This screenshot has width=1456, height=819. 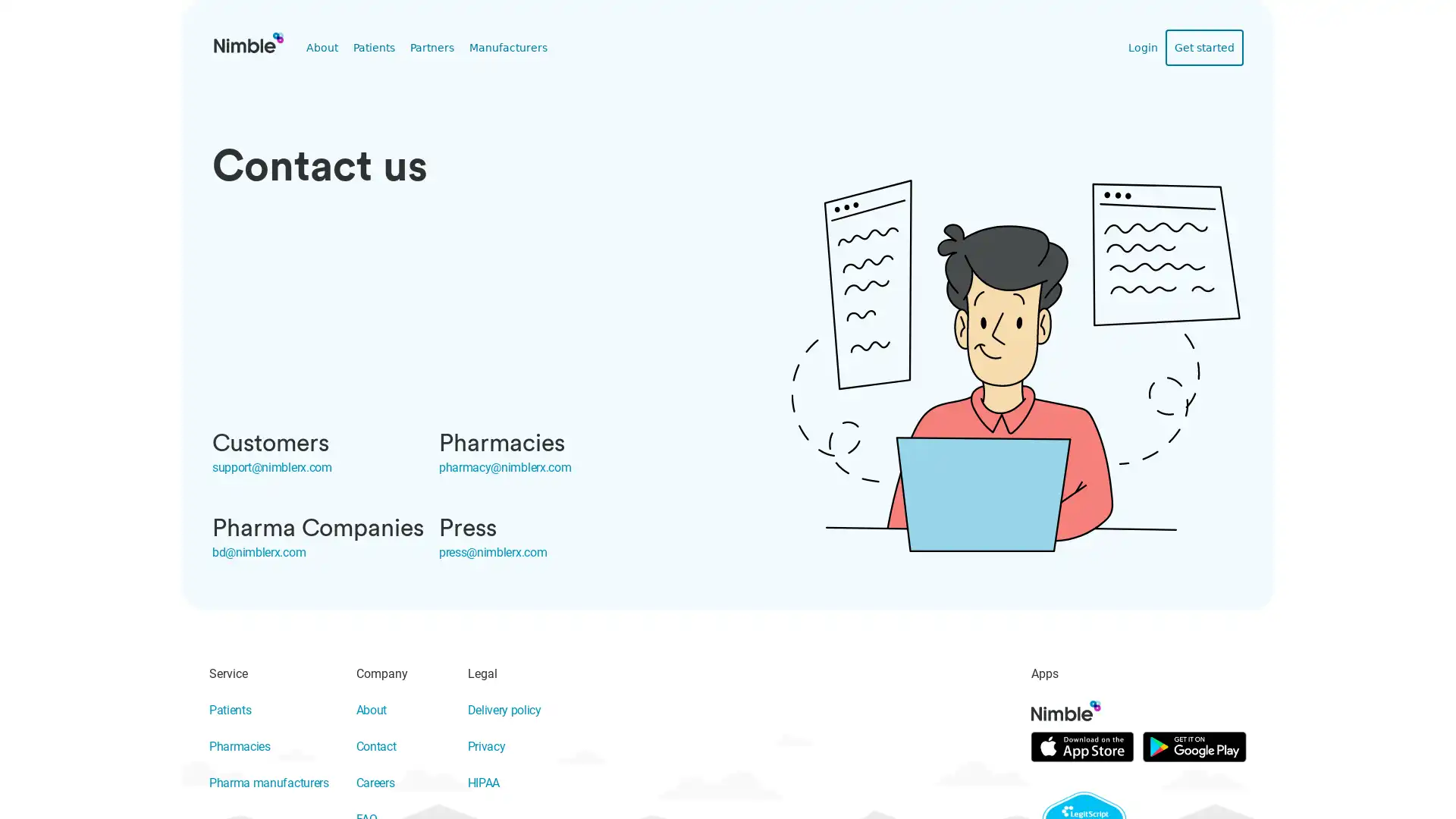 I want to click on Patients, so click(x=370, y=45).